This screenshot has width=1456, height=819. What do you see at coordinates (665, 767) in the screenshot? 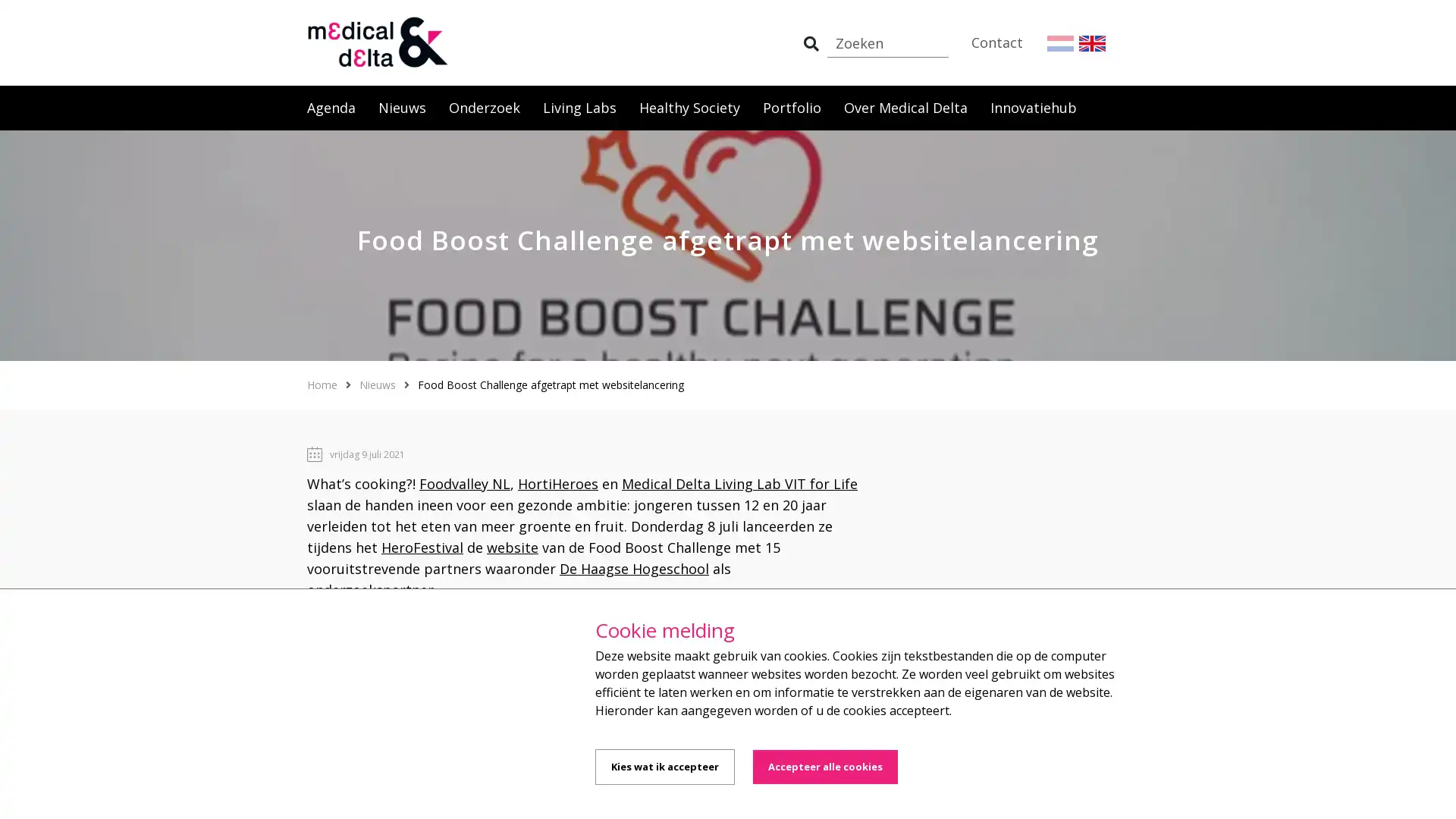
I see `Kies wat ik accepteer` at bounding box center [665, 767].